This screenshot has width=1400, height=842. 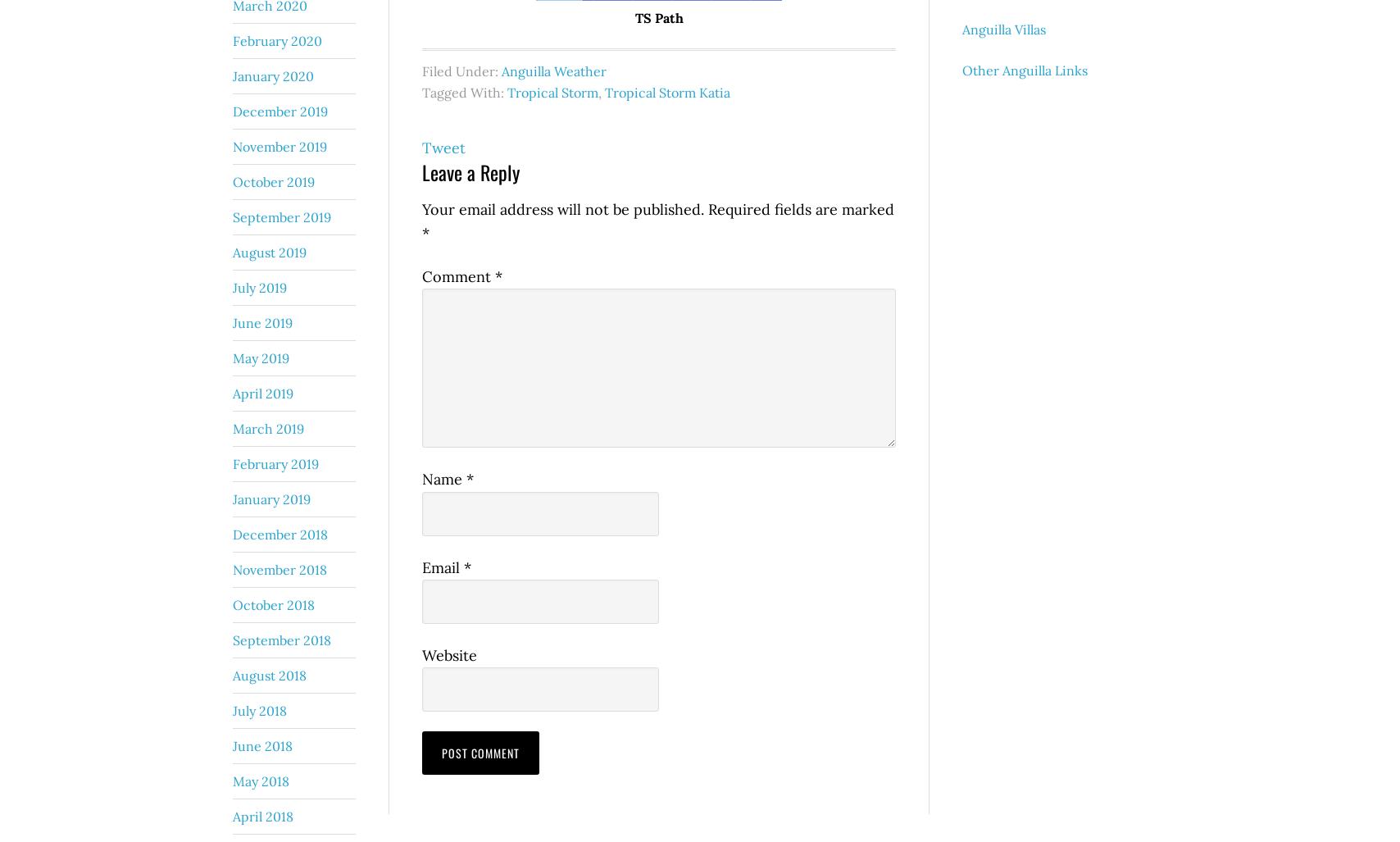 I want to click on 'October 2018', so click(x=274, y=603).